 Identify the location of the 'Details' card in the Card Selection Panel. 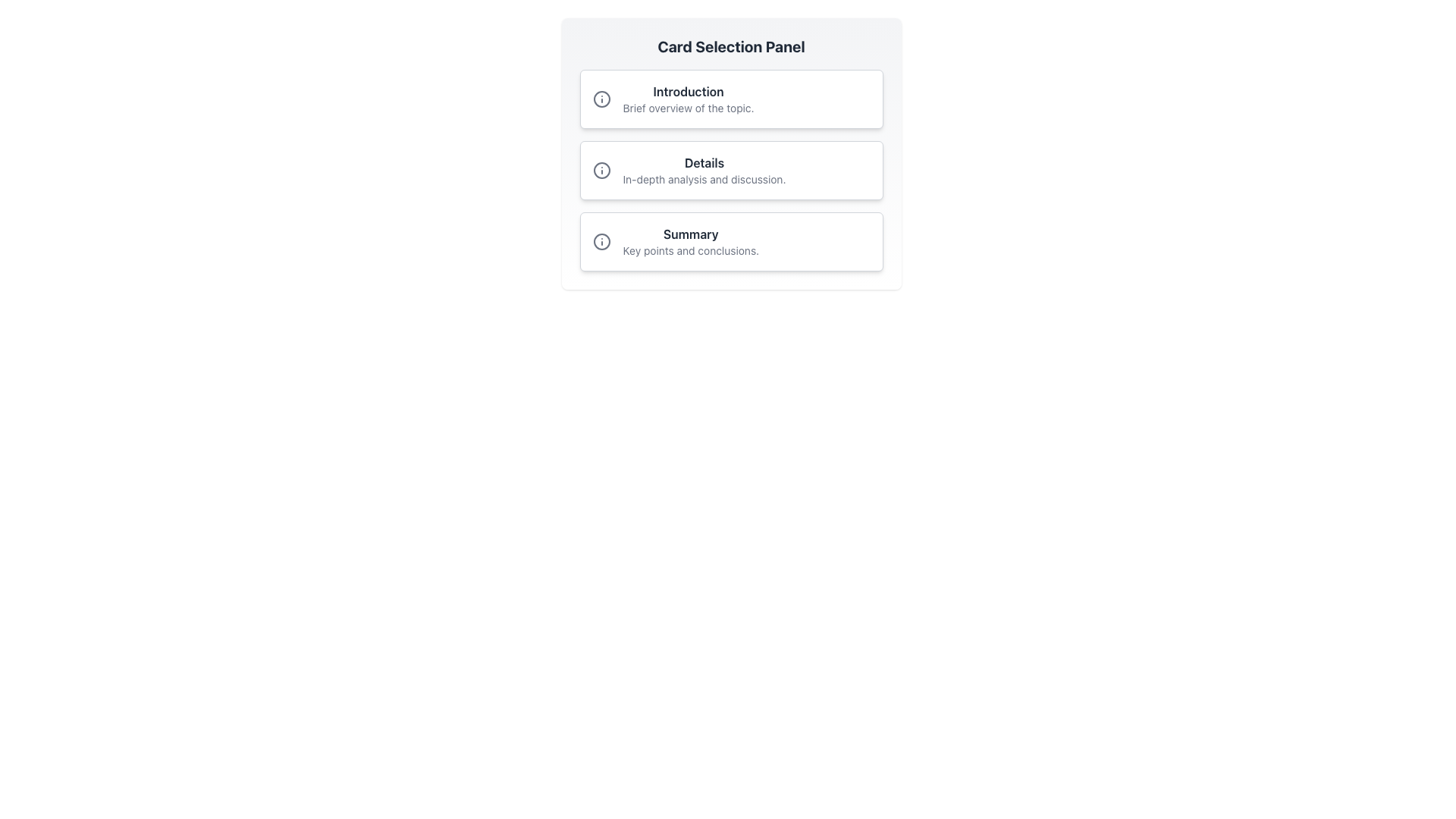
(703, 170).